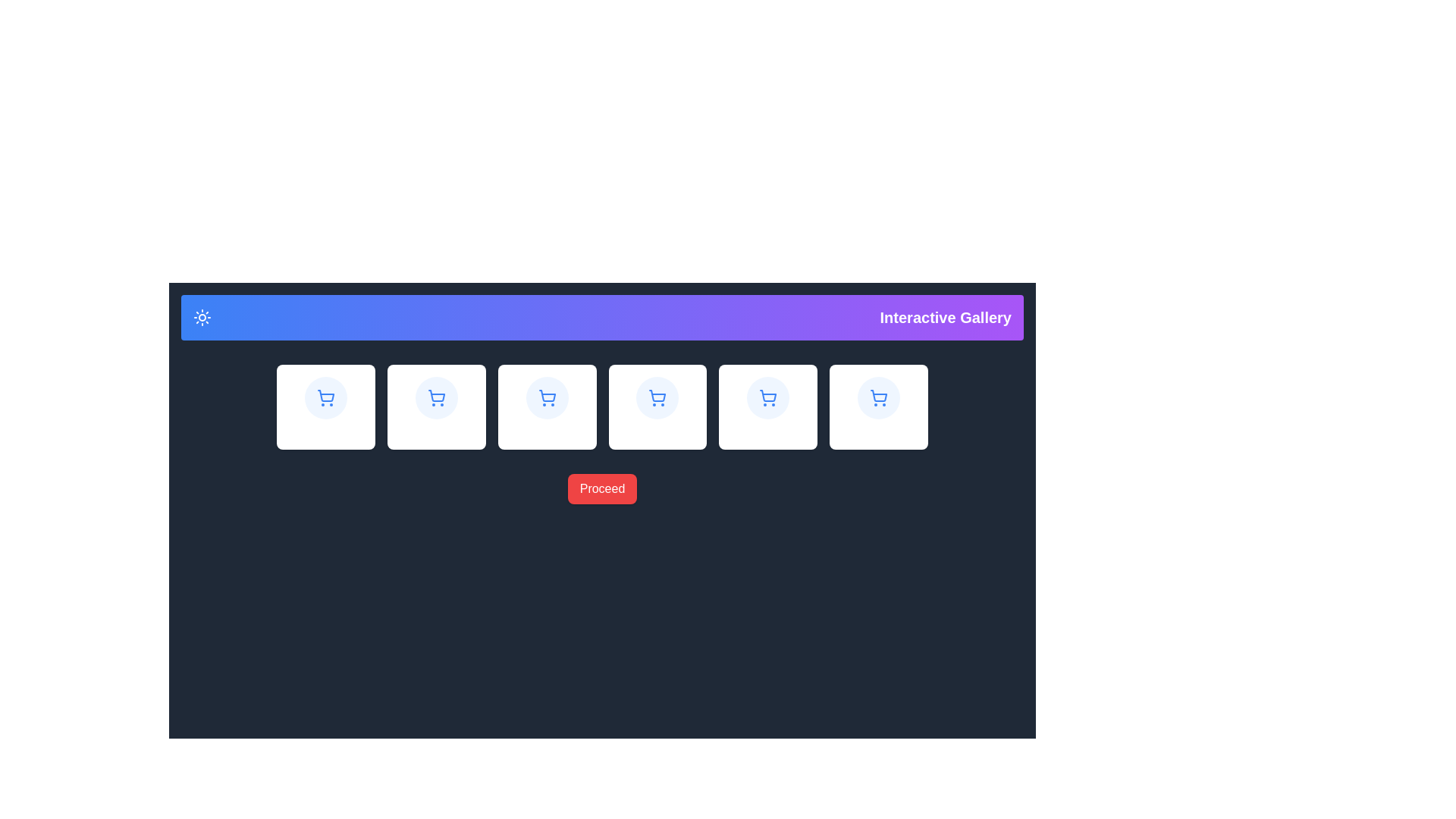 The width and height of the screenshot is (1456, 819). Describe the element at coordinates (768, 397) in the screenshot. I see `the circular icon with a blue background featuring a shopping cart symbol located in the card labeled 'Moon', which is the fifth card from the left` at that location.